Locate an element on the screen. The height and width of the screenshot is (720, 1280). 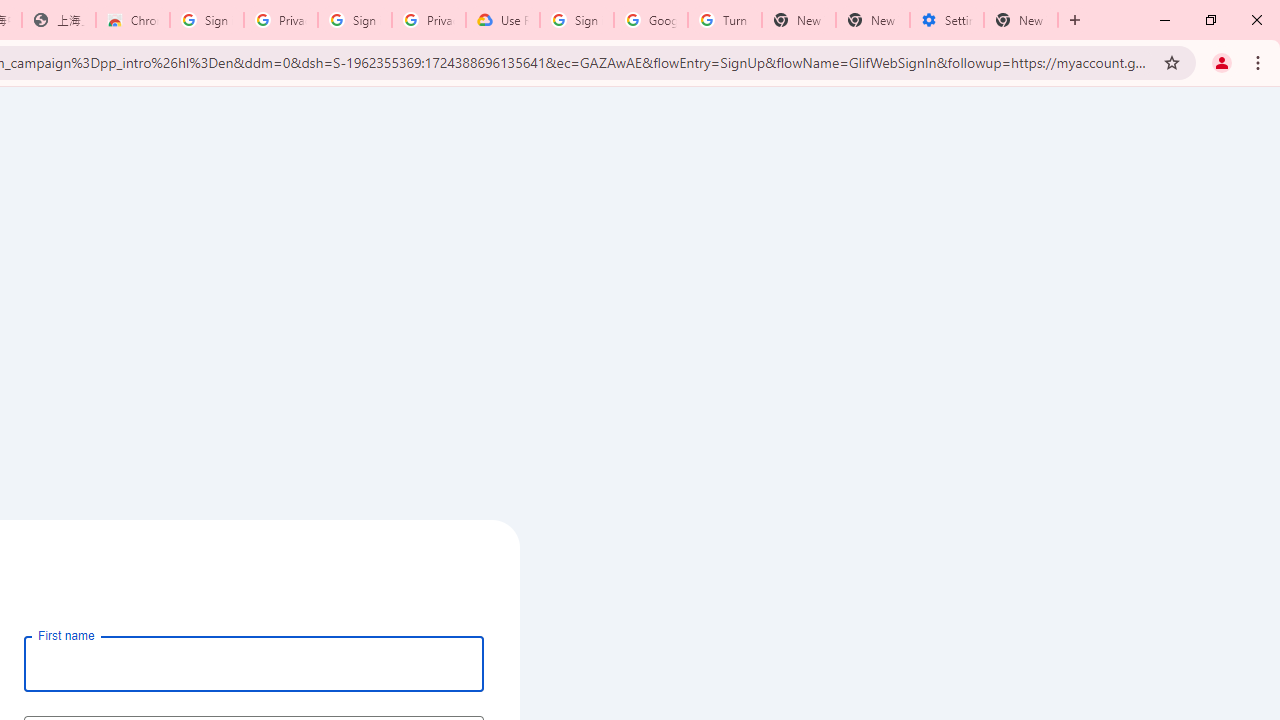
'First name' is located at coordinates (253, 663).